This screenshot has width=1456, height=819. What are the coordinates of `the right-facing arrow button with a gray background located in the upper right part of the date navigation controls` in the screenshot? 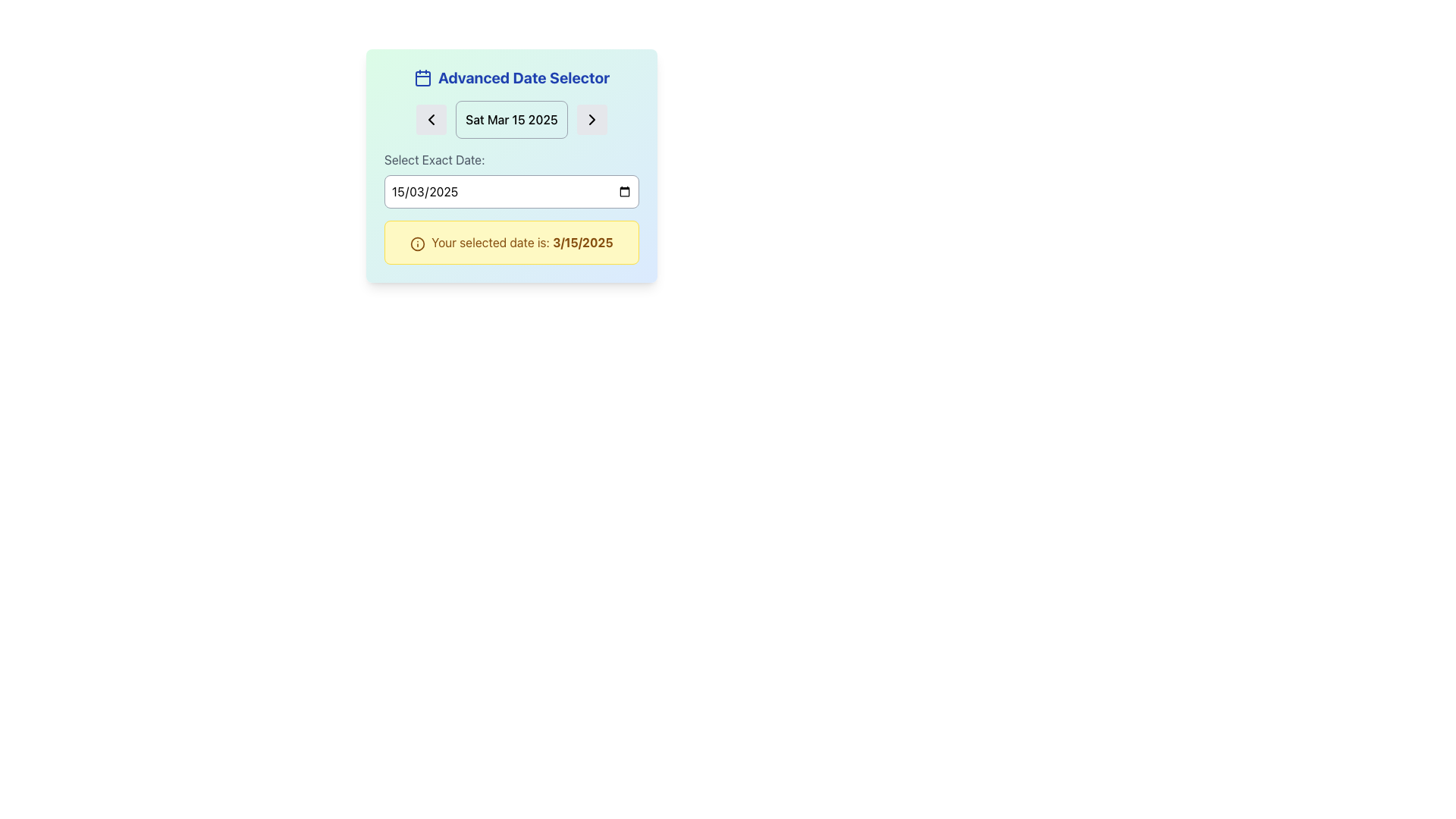 It's located at (591, 119).